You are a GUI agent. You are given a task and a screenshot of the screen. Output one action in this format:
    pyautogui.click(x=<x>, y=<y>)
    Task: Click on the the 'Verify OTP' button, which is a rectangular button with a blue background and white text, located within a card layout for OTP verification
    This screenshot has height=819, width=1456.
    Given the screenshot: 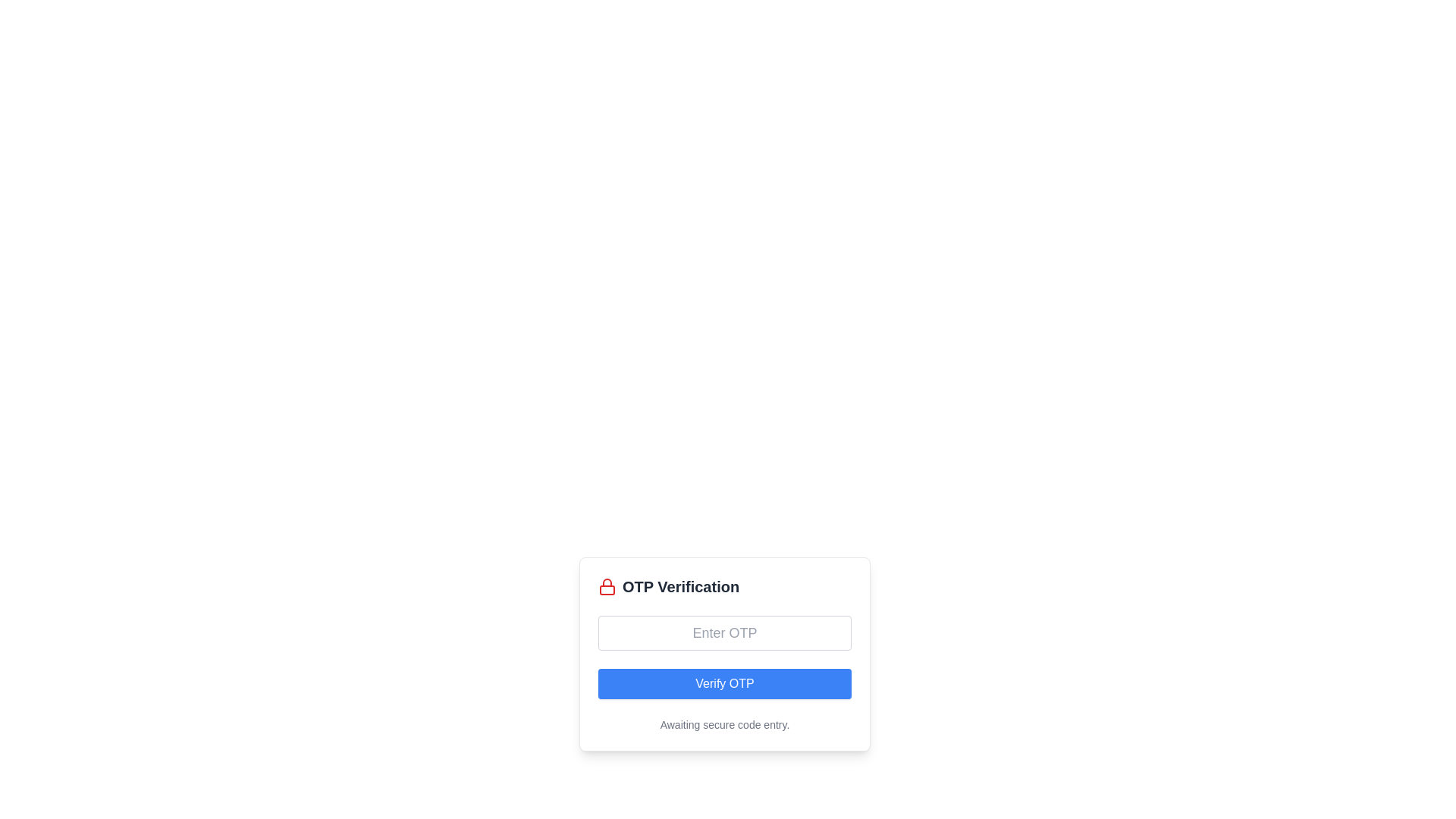 What is the action you would take?
    pyautogui.click(x=723, y=684)
    